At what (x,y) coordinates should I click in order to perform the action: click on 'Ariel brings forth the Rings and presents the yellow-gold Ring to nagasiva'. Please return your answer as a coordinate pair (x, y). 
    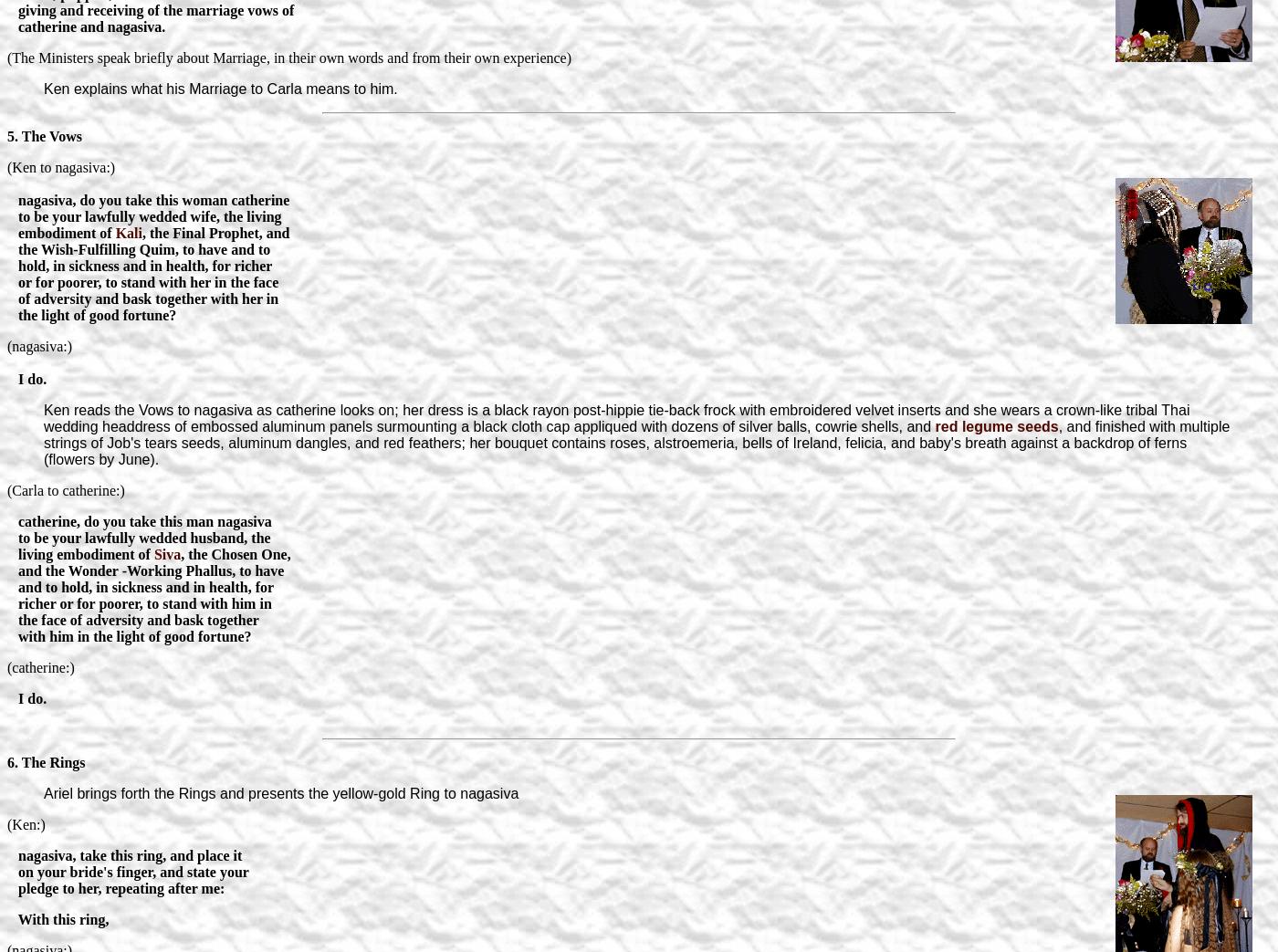
    Looking at the image, I should click on (281, 792).